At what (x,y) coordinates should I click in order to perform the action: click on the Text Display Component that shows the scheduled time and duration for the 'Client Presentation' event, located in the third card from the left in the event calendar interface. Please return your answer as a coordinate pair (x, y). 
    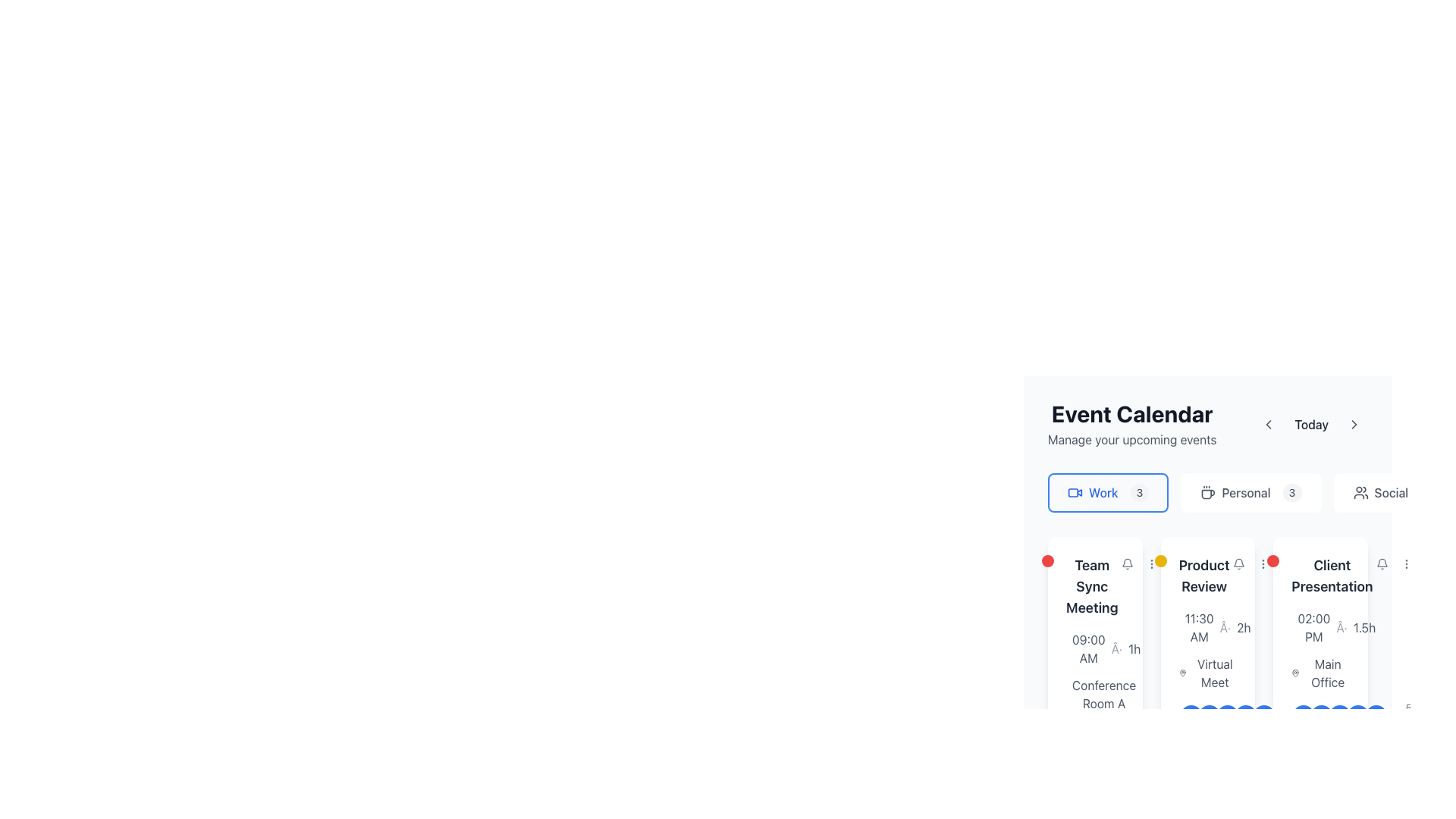
    Looking at the image, I should click on (1319, 628).